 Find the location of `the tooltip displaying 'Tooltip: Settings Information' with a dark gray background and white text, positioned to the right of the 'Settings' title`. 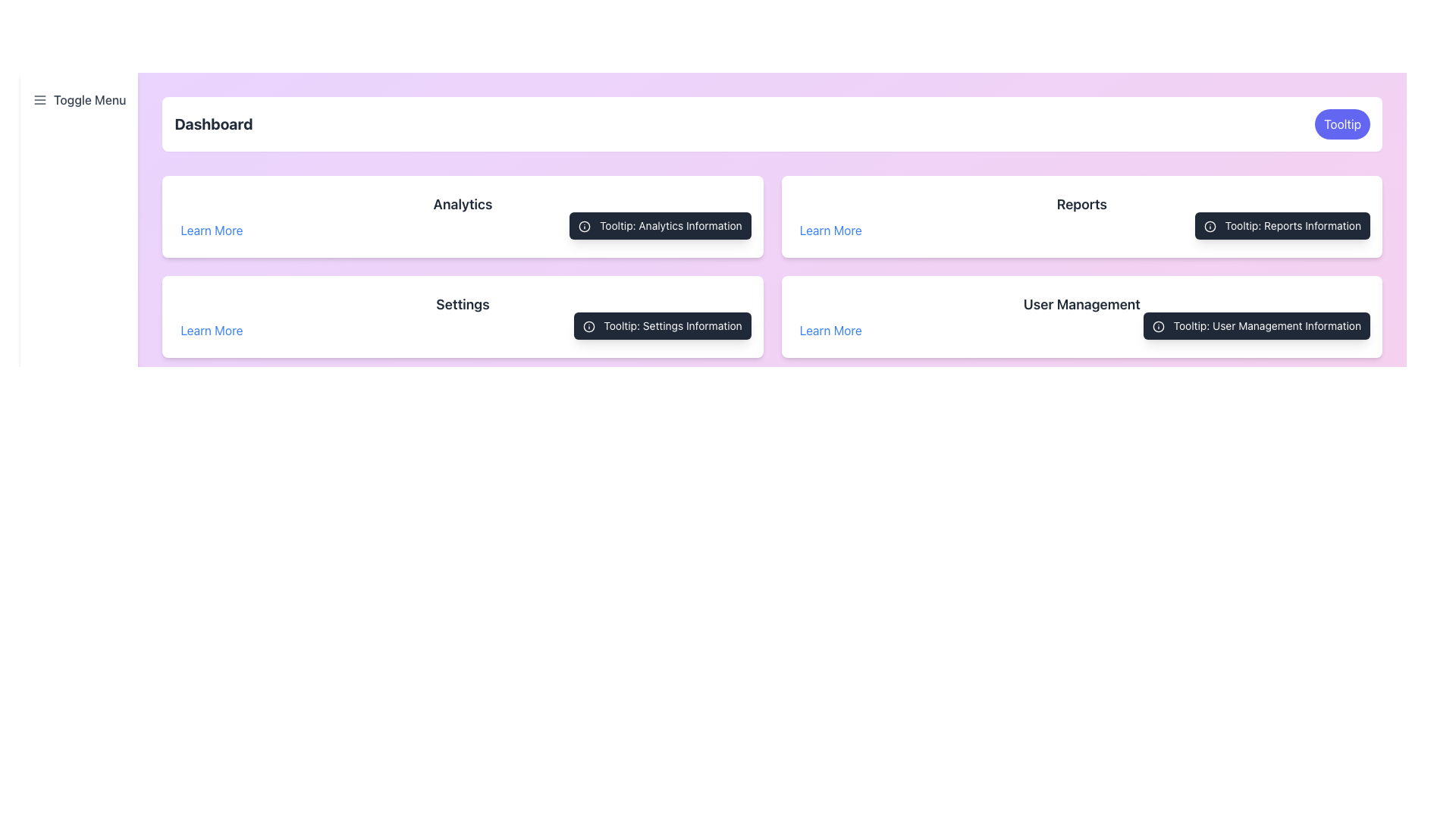

the tooltip displaying 'Tooltip: Settings Information' with a dark gray background and white text, positioned to the right of the 'Settings' title is located at coordinates (662, 325).